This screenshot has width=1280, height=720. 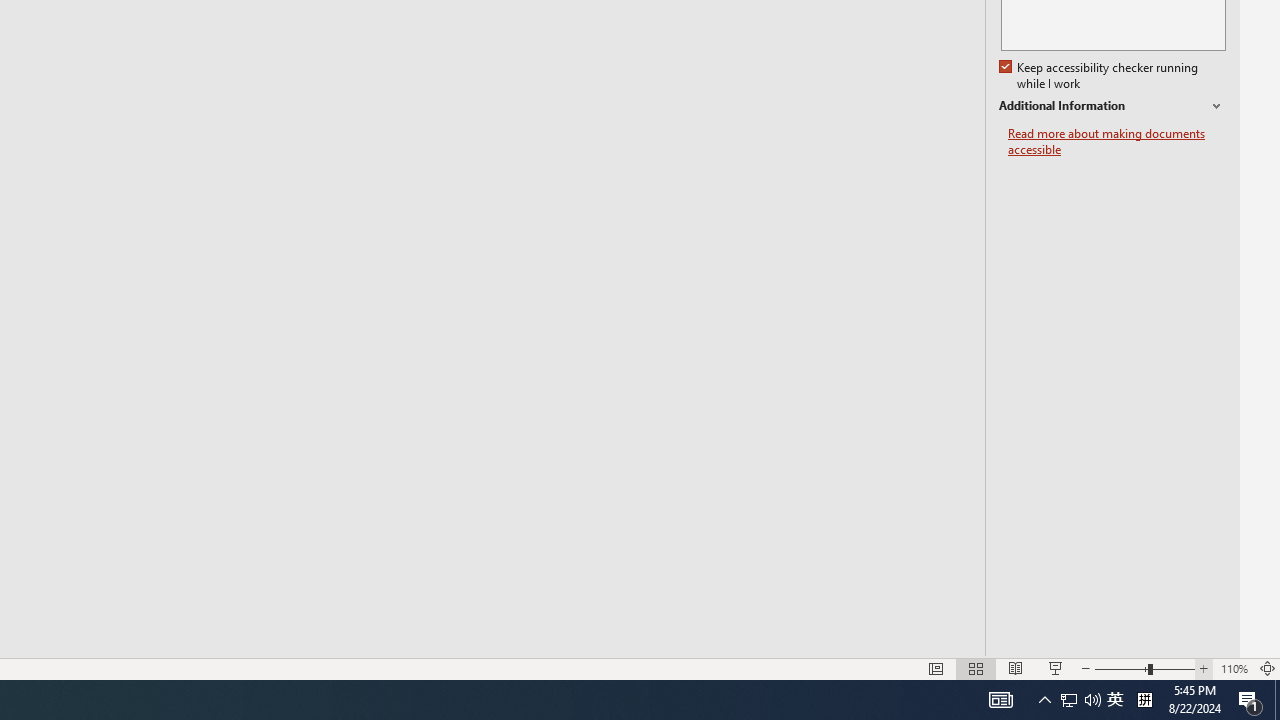 I want to click on 'Zoom to Fit ', so click(x=1266, y=669).